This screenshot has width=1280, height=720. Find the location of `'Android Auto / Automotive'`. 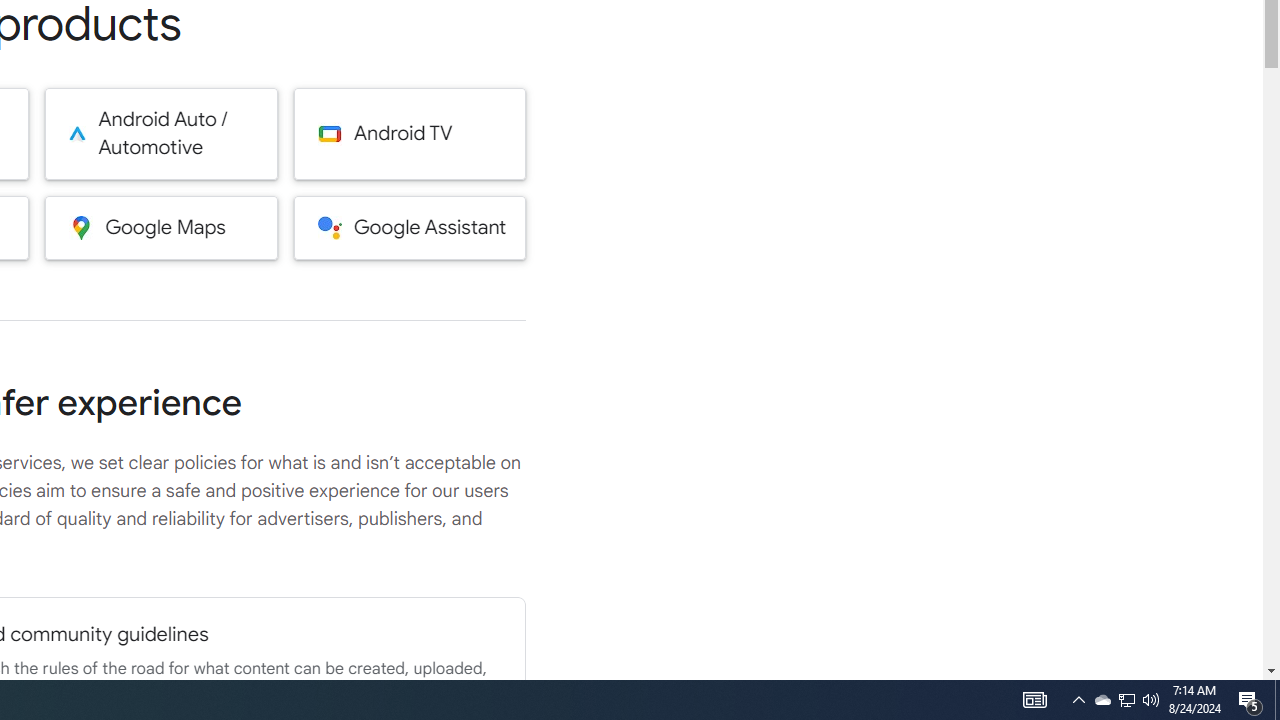

'Android Auto / Automotive' is located at coordinates (161, 133).